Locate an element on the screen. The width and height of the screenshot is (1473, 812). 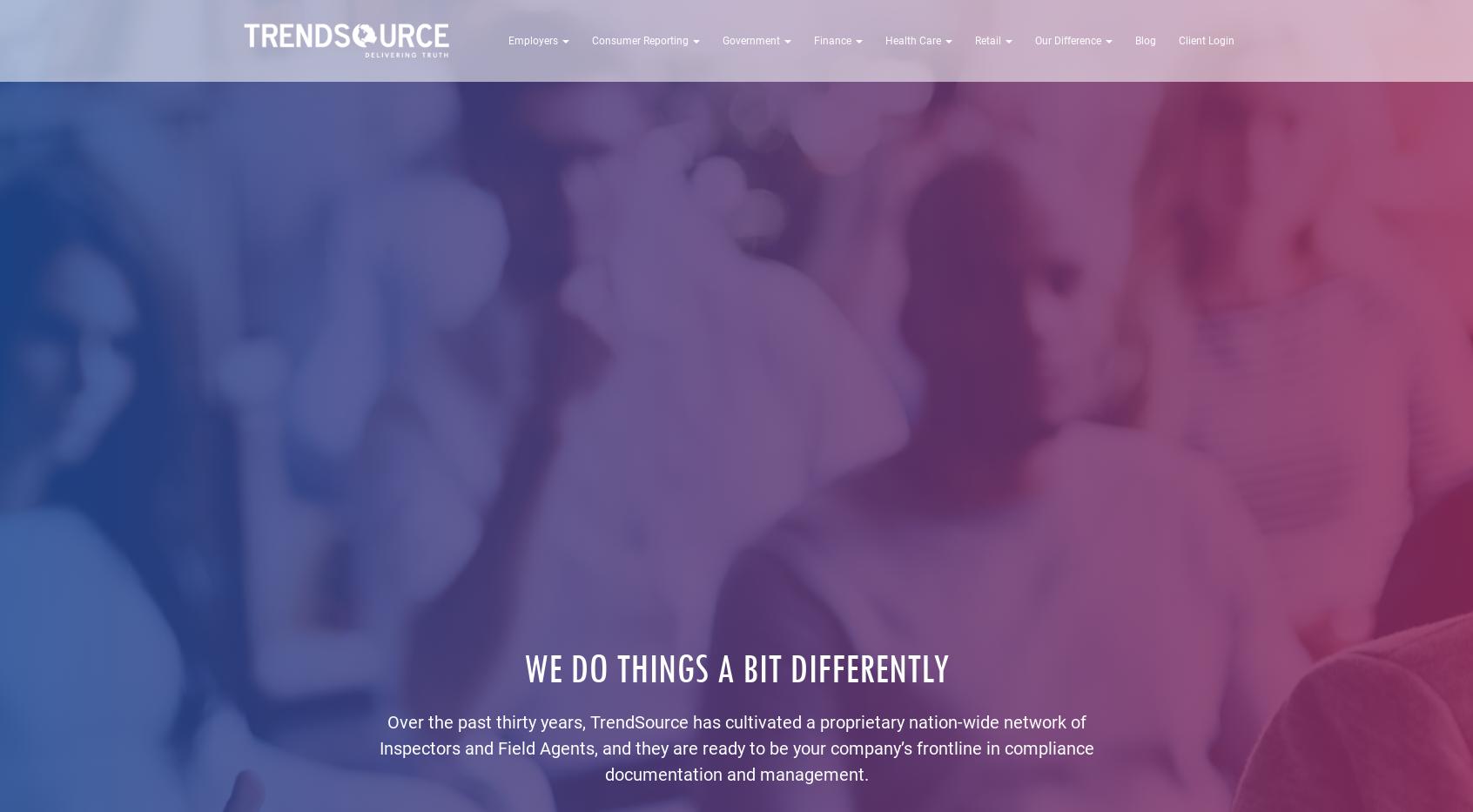
'CMS Phone Call Audits' is located at coordinates (821, 105).